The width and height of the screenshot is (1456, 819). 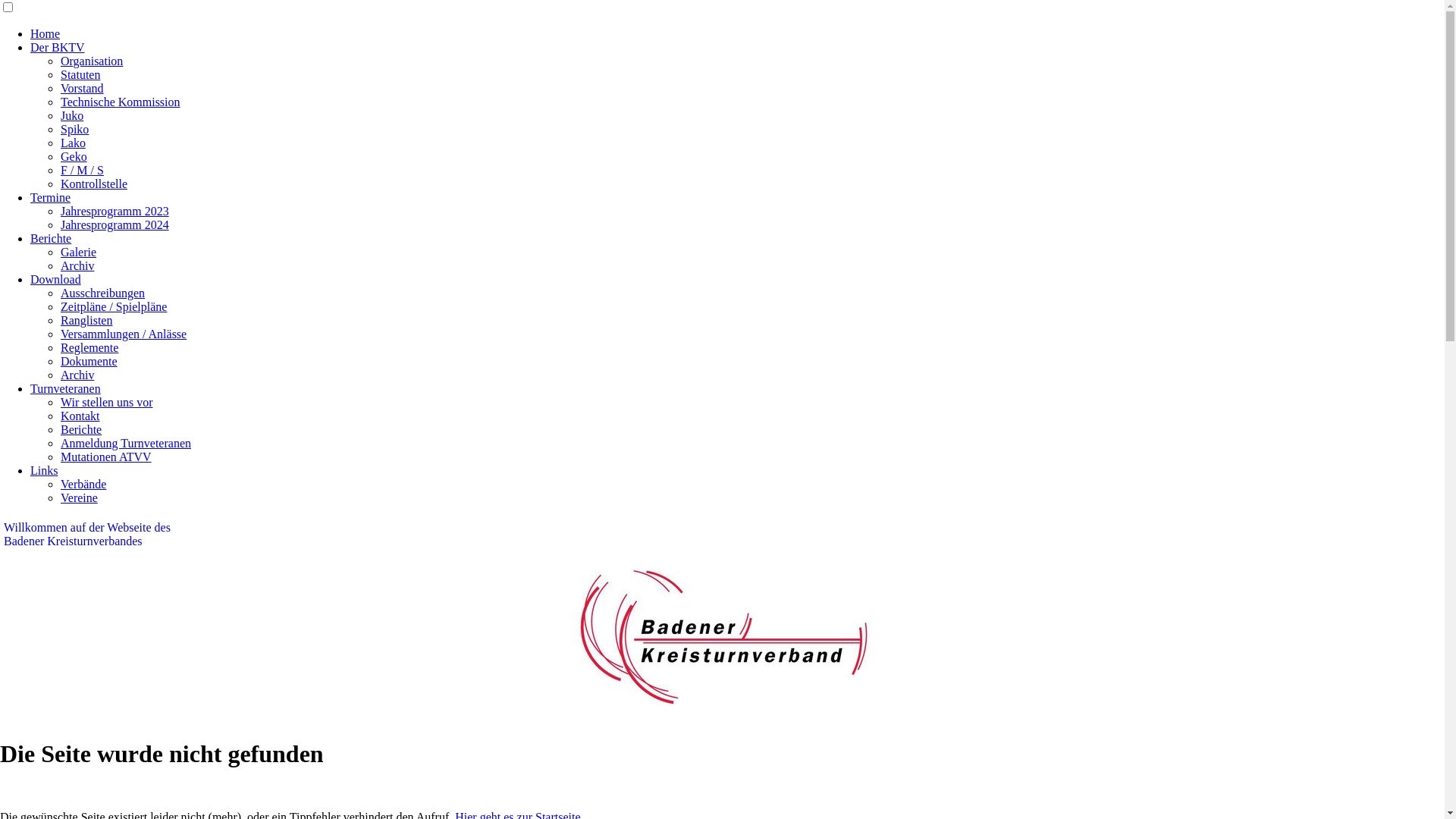 What do you see at coordinates (80, 429) in the screenshot?
I see `'Berichte'` at bounding box center [80, 429].